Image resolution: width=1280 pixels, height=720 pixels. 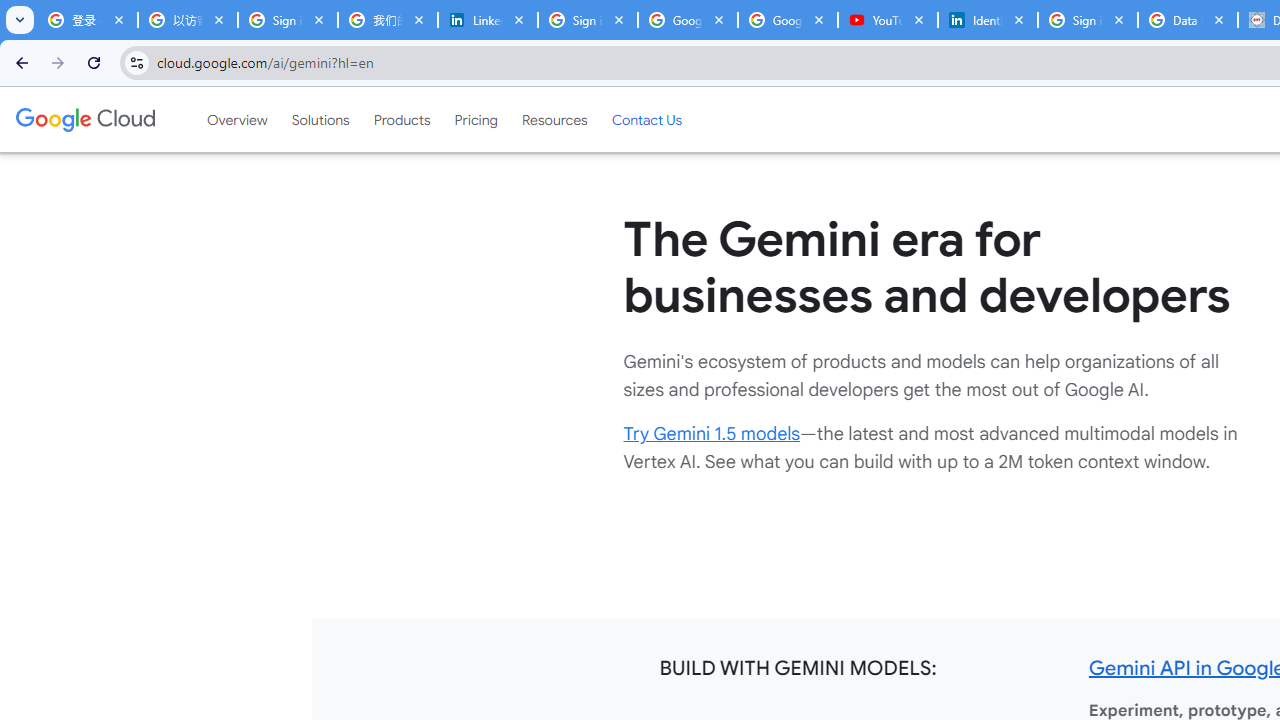 I want to click on 'LinkedIn Privacy Policy', so click(x=487, y=20).